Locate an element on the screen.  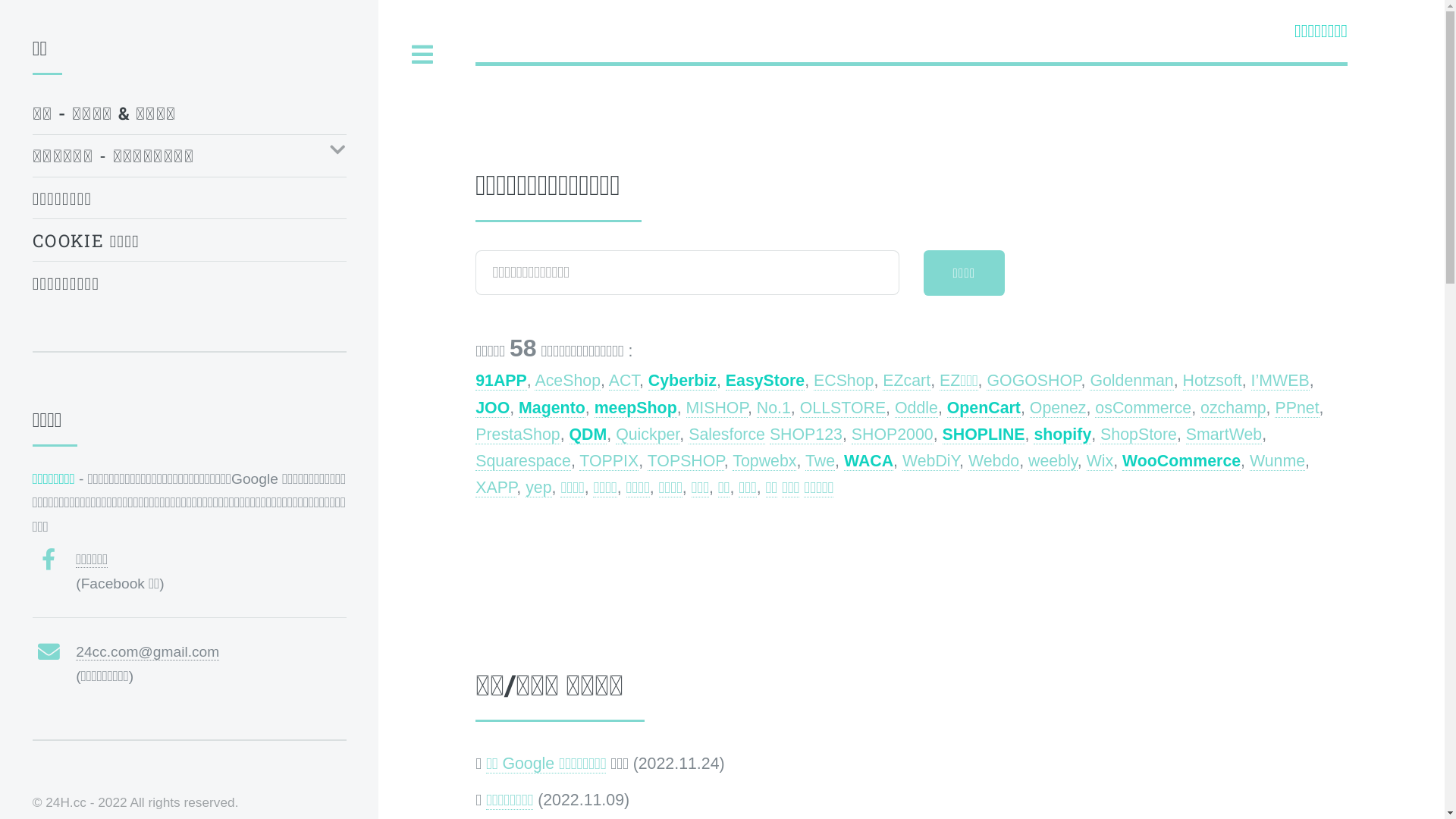
'Quickper' is located at coordinates (648, 435).